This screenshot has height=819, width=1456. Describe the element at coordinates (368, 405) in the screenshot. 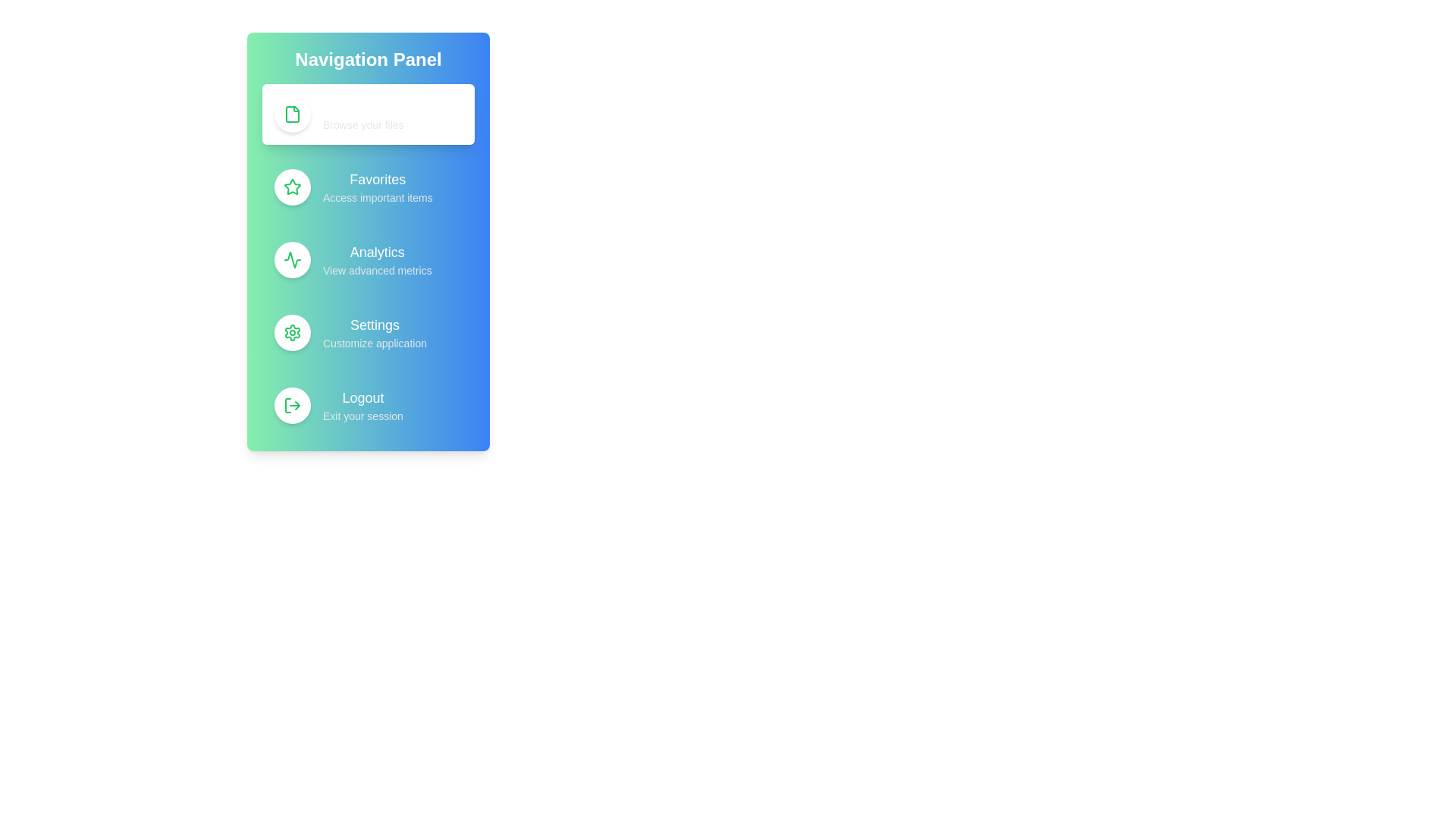

I see `the menu item 'Logout' to observe visual feedback` at that location.